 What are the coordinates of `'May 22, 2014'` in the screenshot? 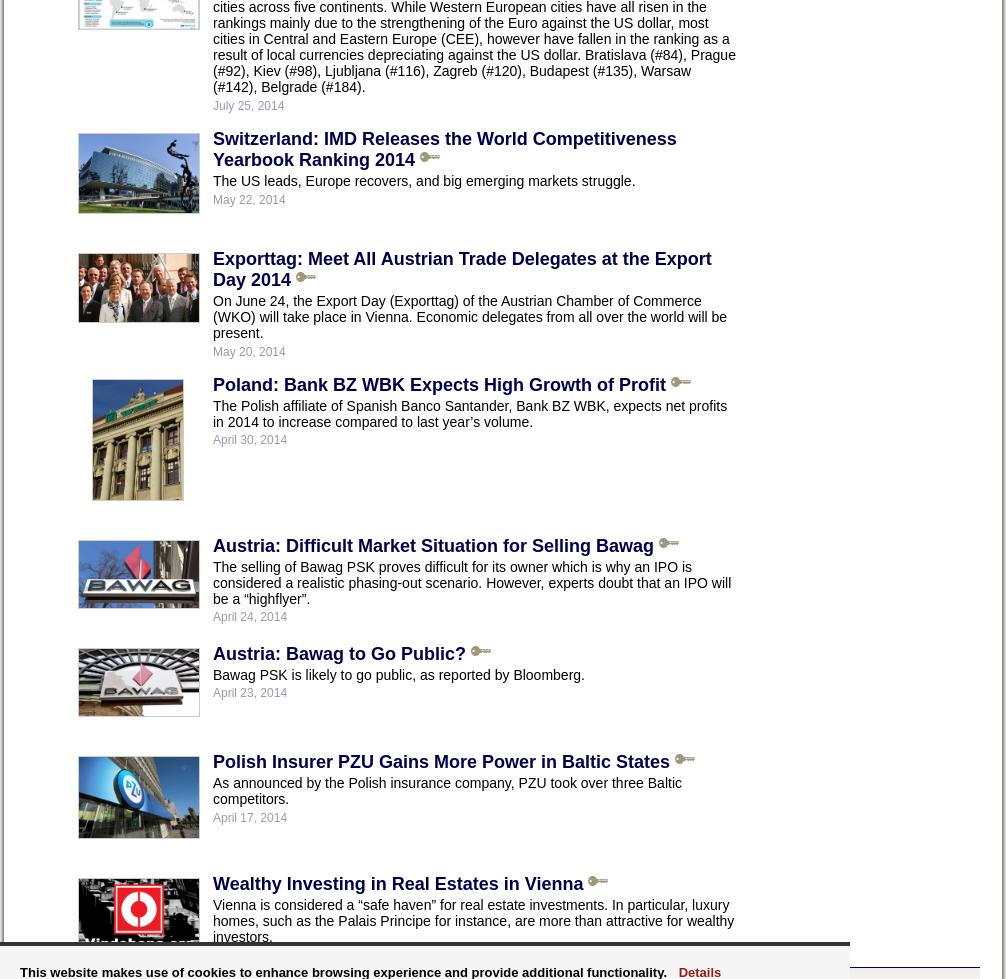 It's located at (248, 199).